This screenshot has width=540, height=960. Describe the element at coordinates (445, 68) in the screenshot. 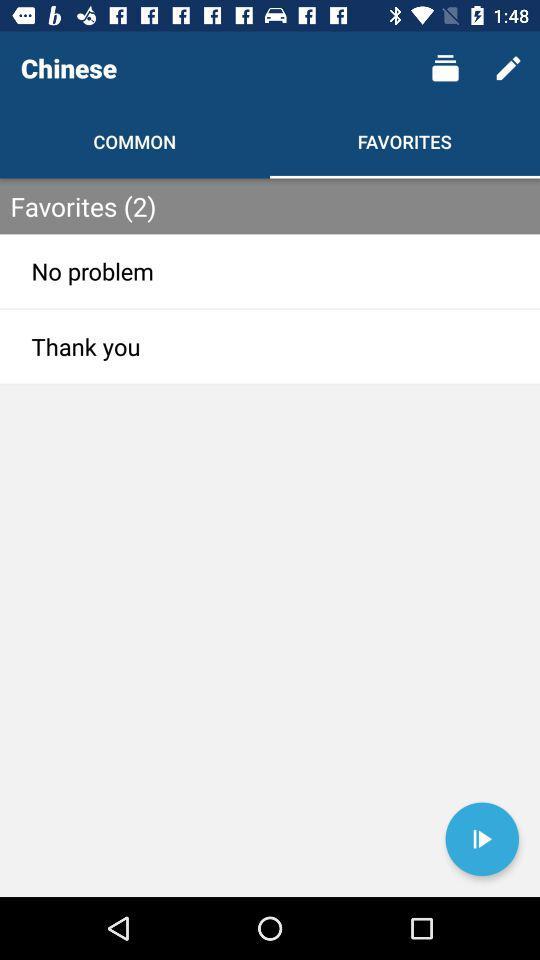

I see `the item next to chinese icon` at that location.